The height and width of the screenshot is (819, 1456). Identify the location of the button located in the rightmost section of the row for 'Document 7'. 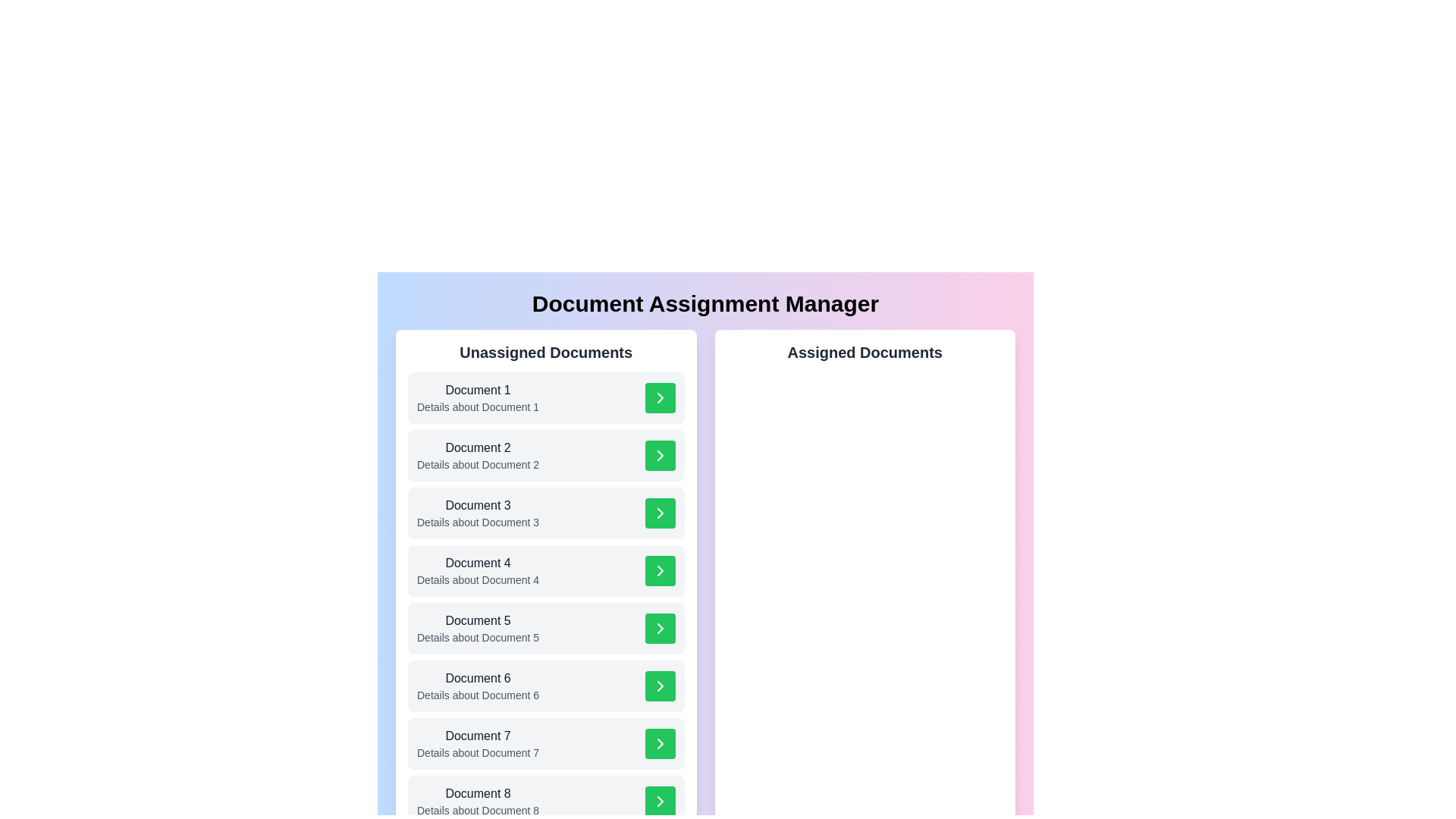
(660, 742).